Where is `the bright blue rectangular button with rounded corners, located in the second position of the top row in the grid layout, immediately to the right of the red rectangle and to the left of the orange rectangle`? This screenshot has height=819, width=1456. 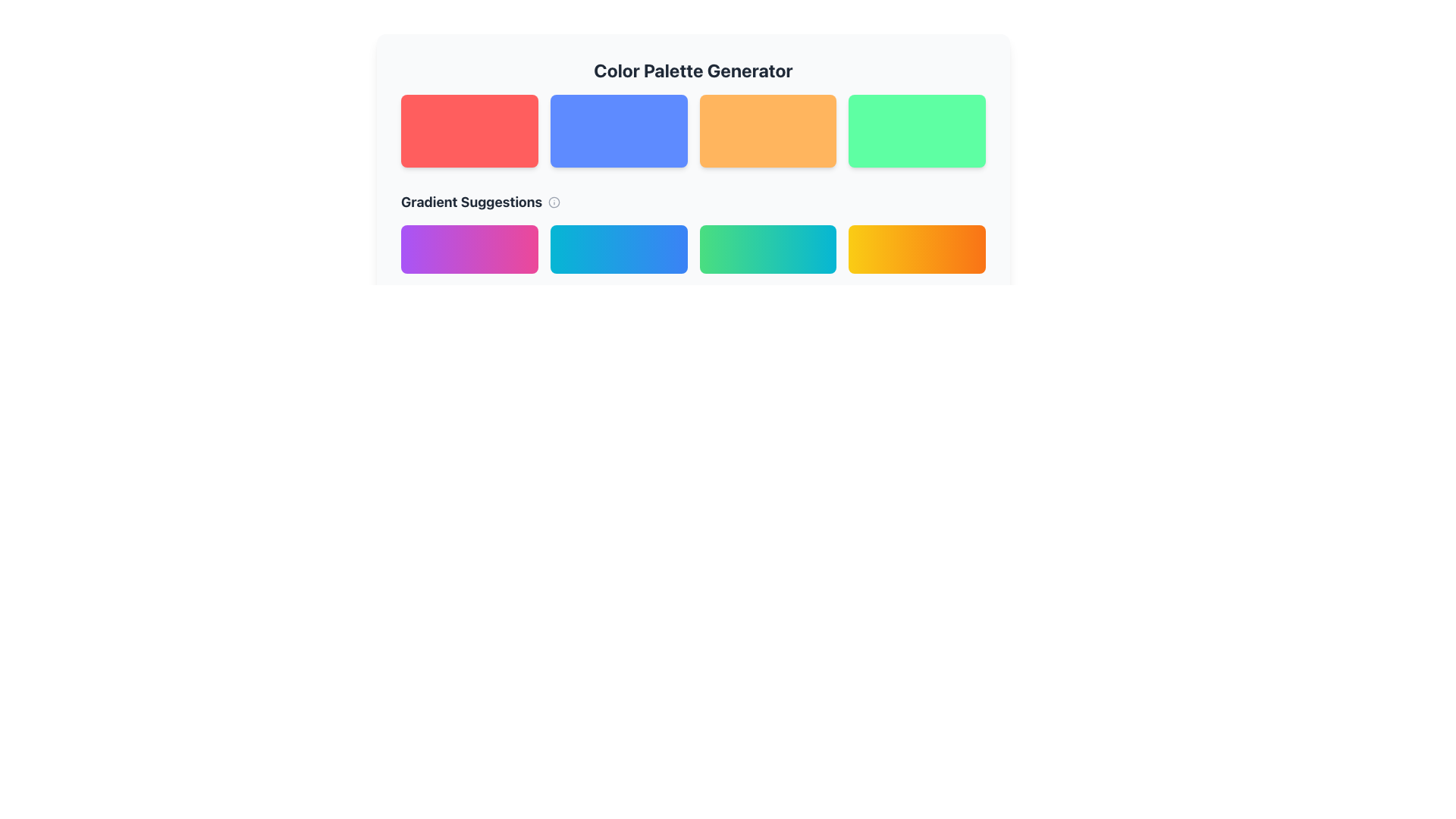 the bright blue rectangular button with rounded corners, located in the second position of the top row in the grid layout, immediately to the right of the red rectangle and to the left of the orange rectangle is located at coordinates (619, 130).